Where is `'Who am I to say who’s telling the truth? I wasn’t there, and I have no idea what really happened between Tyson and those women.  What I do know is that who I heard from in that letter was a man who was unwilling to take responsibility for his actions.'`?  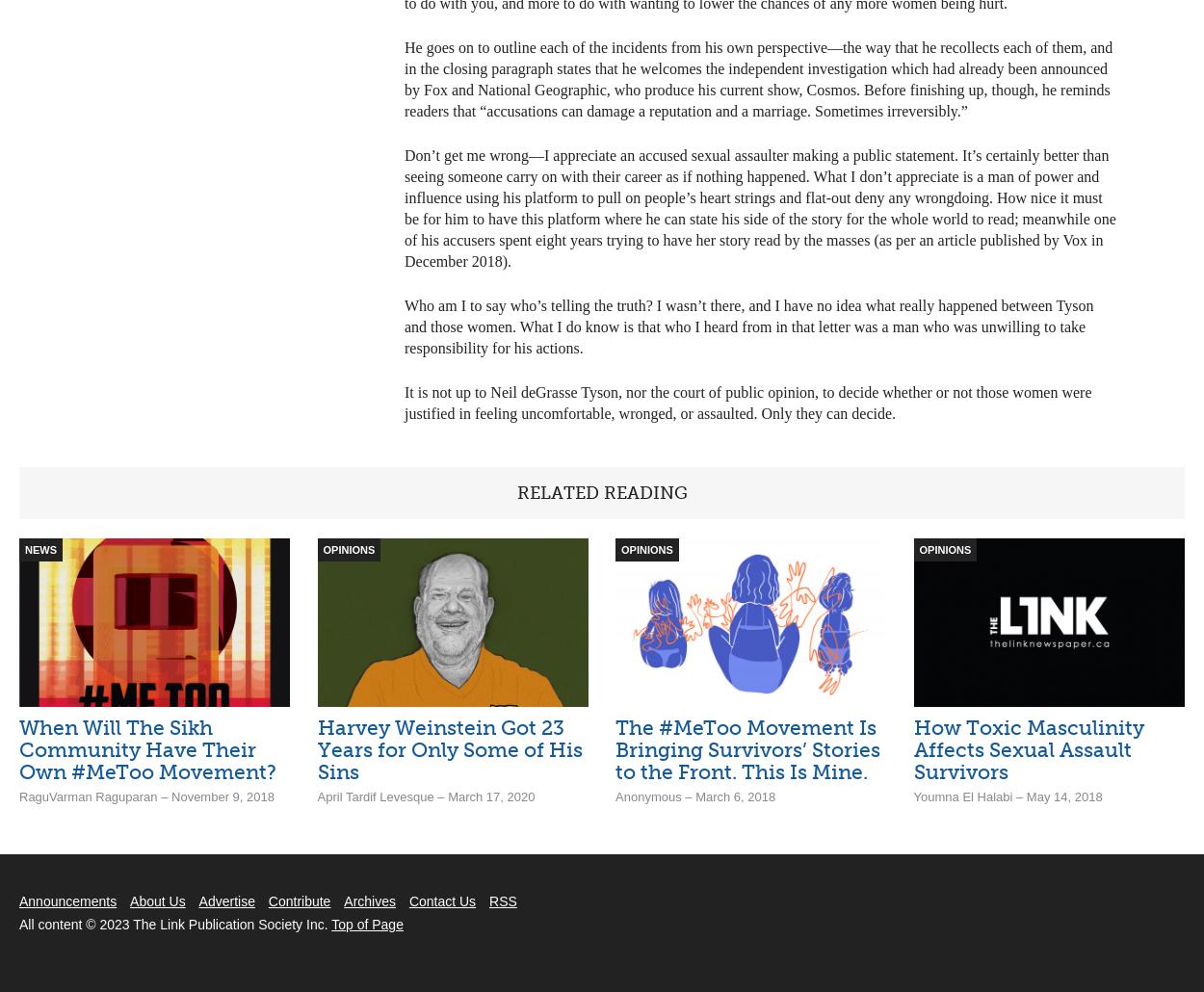
'Who am I to say who’s telling the truth? I wasn’t there, and I have no idea what really happened between Tyson and those women.  What I do know is that who I heard from in that letter was a man who was unwilling to take responsibility for his actions.' is located at coordinates (748, 325).